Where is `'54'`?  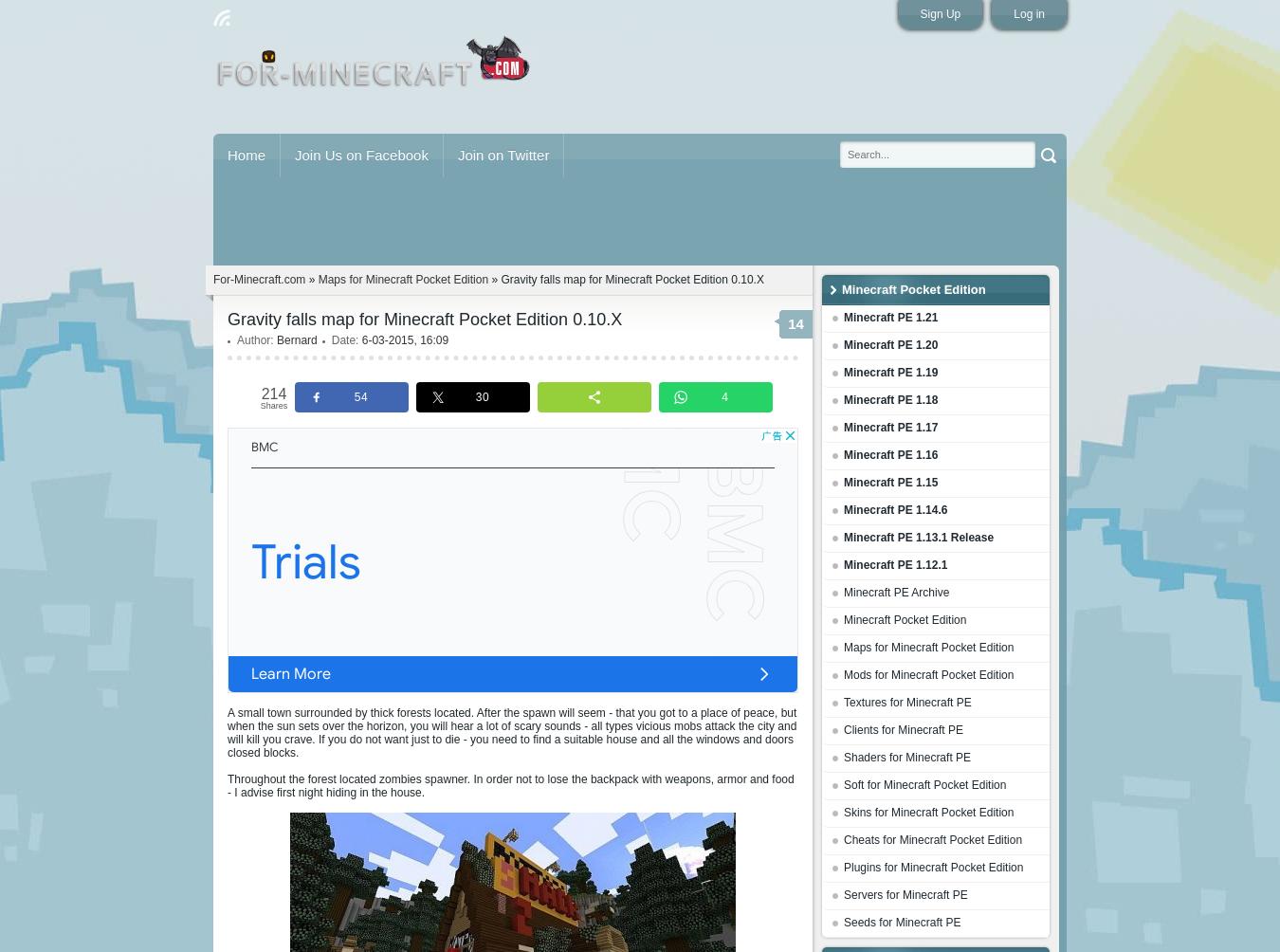 '54' is located at coordinates (360, 395).